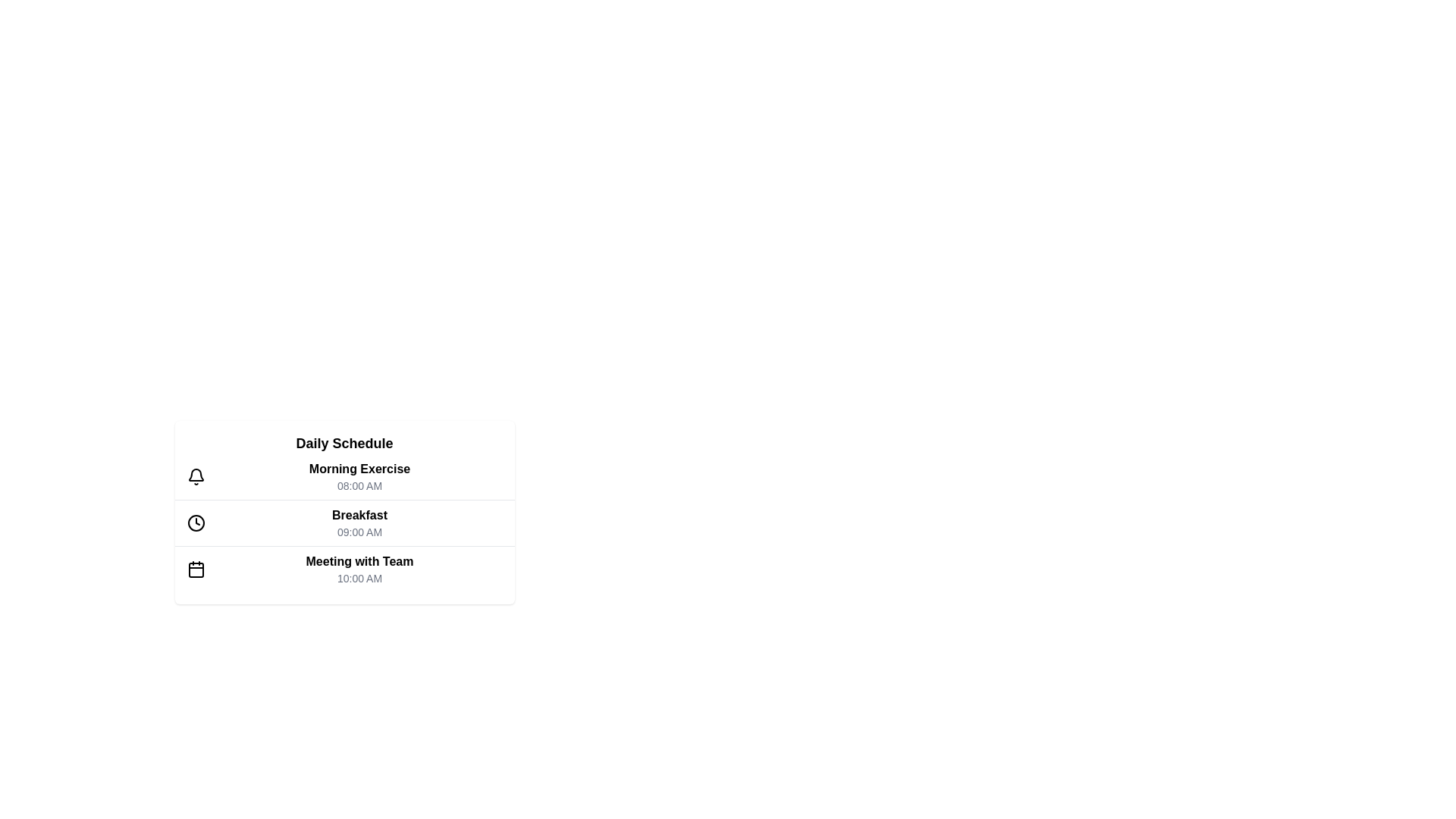  What do you see at coordinates (359, 570) in the screenshot?
I see `the list item displaying 'Meeting with Team' and its time '10:00 AM'` at bounding box center [359, 570].